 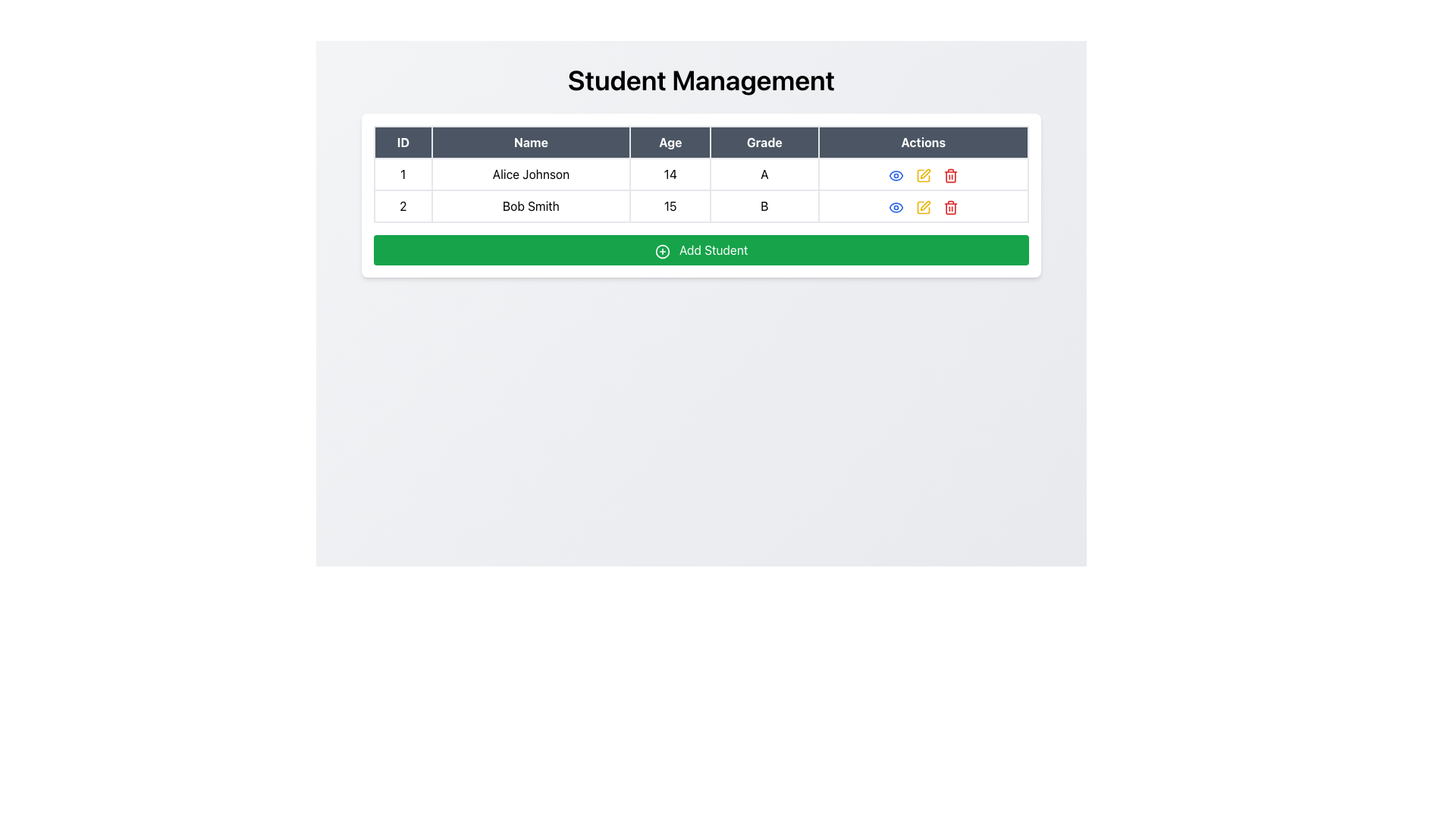 I want to click on the edit button located in the second row of the table under the 'Actions' column, positioned between a blue eye icon on the left and a red trash icon on the right, so click(x=922, y=206).